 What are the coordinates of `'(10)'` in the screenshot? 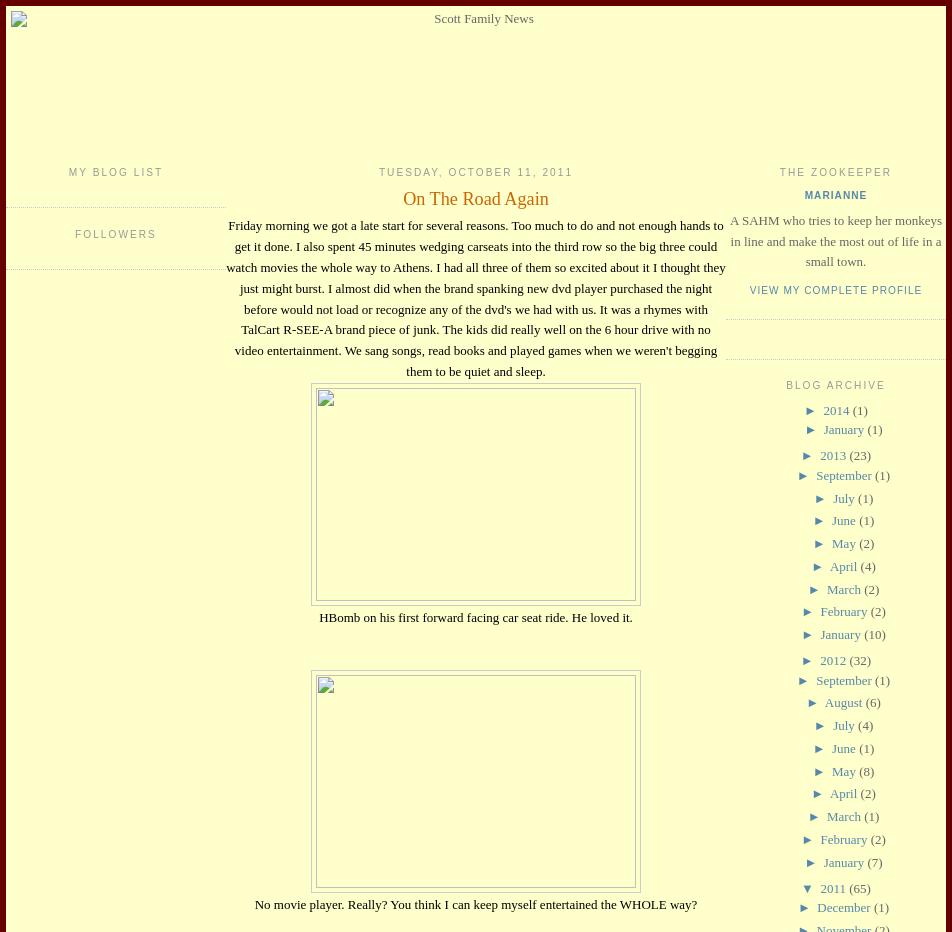 It's located at (874, 633).